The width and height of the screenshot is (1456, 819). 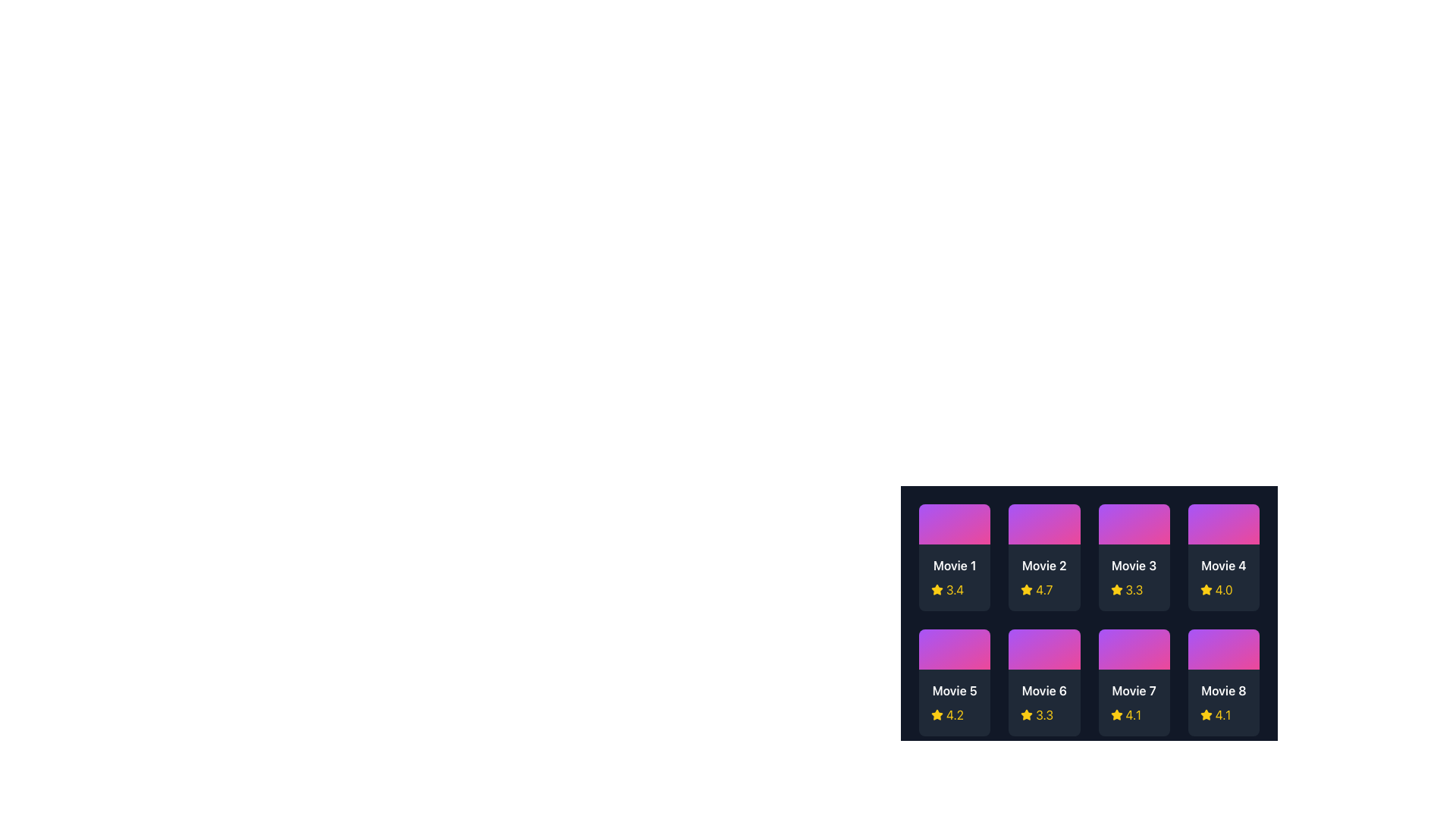 I want to click on the text label displaying 'Movie 2' which is styled in bold white font on a dark blue background and is the second element in a horizontal grid layout, so click(x=1043, y=566).